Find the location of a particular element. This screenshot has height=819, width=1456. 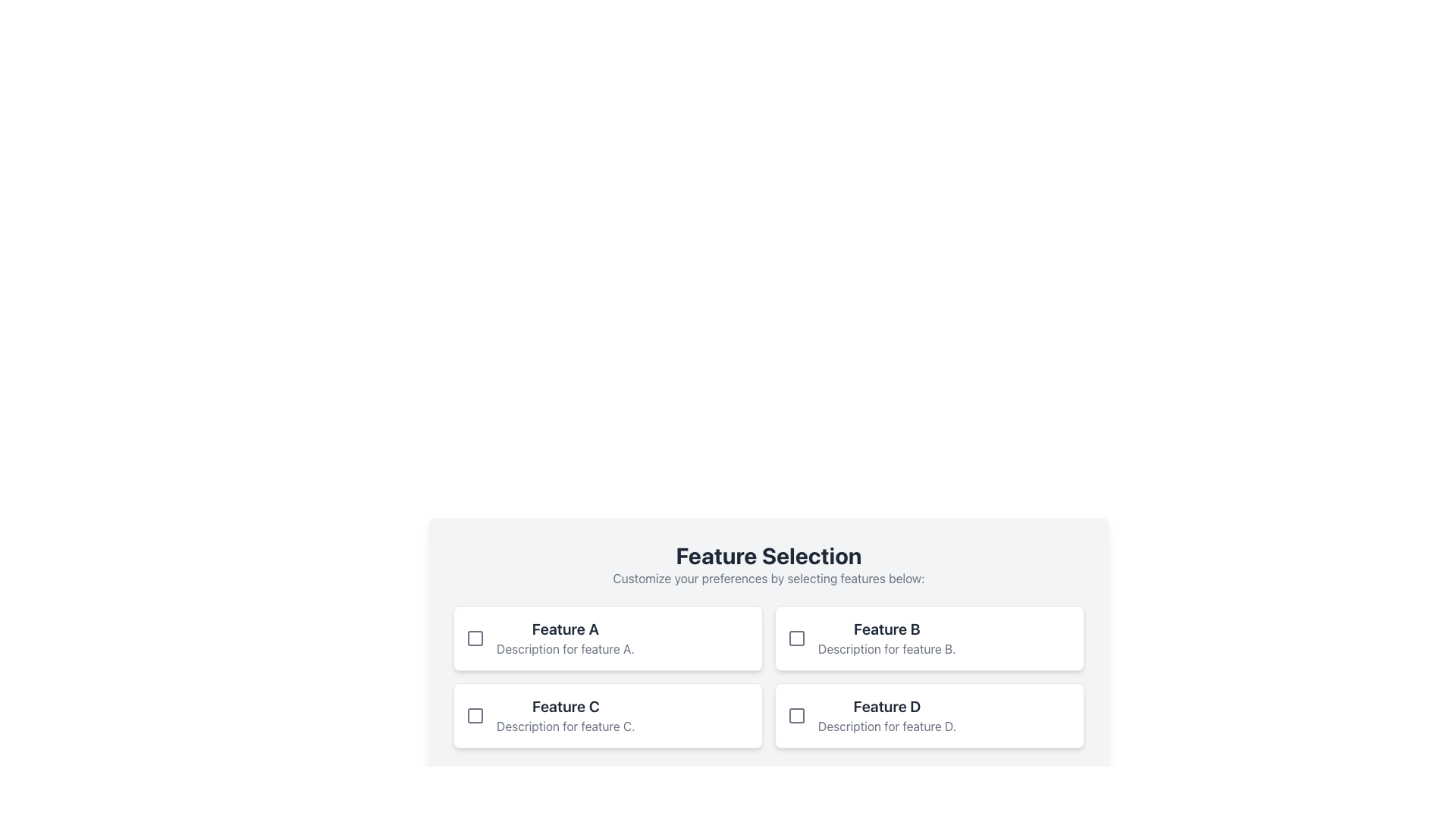

the visual indicator within the checkbox for 'Feature A', located in the top-left corner of the first item in the list of selectable features is located at coordinates (475, 638).